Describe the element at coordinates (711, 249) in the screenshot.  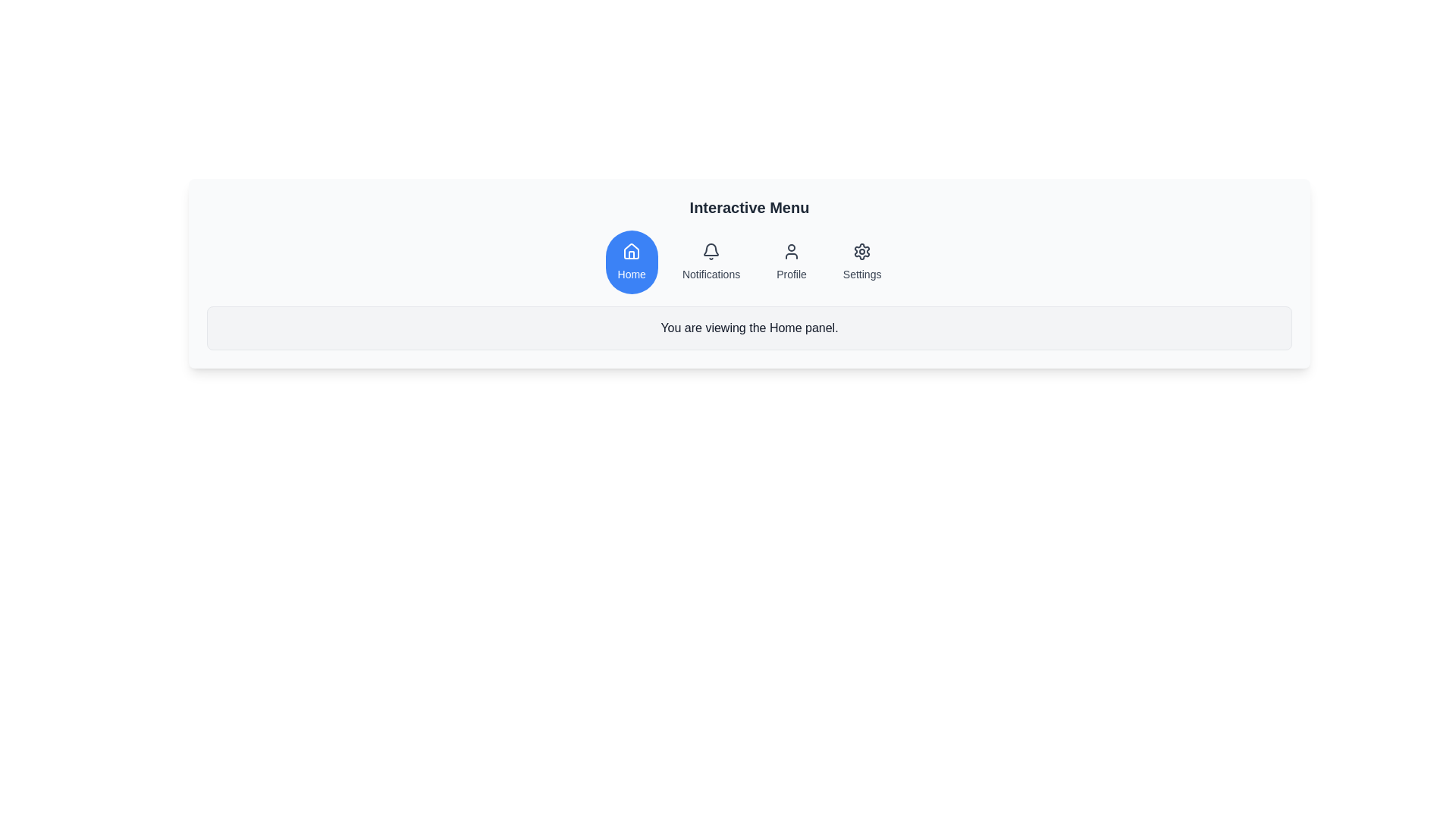
I see `the notifications icon, which is the second icon in the navigation menu` at that location.